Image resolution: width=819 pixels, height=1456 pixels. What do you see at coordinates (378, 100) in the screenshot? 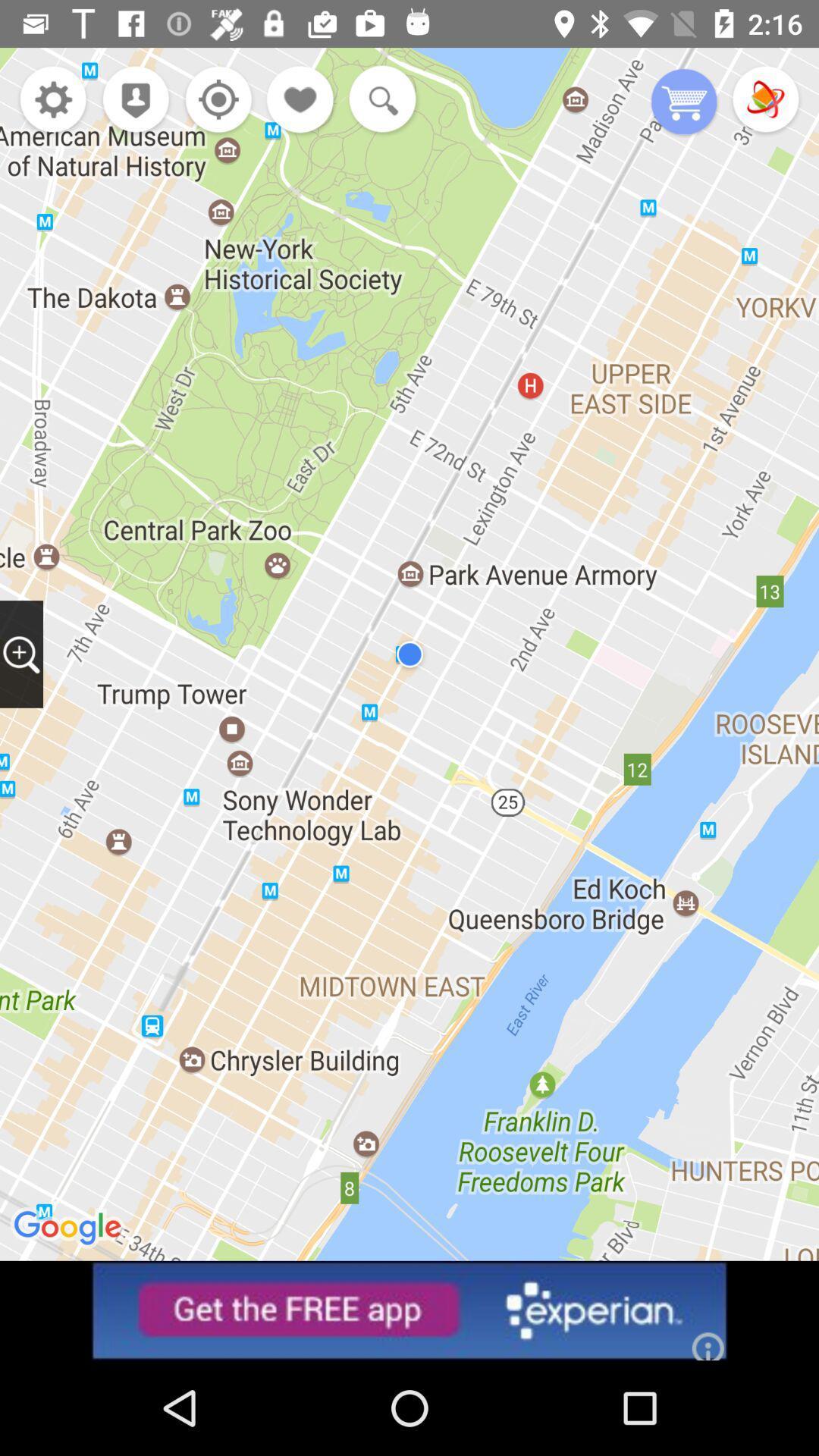
I see `search` at bounding box center [378, 100].